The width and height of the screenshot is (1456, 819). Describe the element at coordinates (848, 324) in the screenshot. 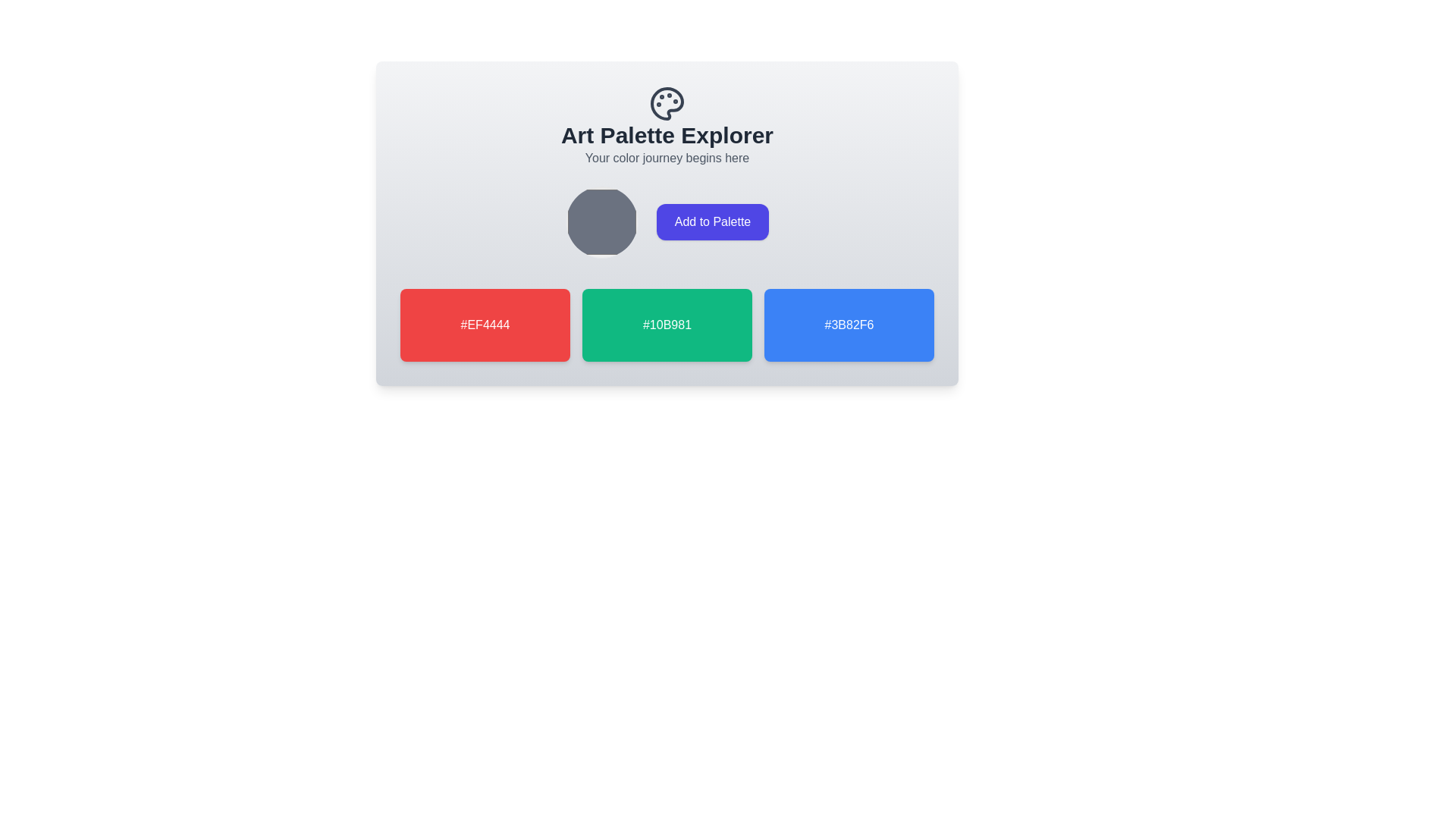

I see `the non-interactive text label that displays the color code for the blue tile, centrally aligned within the blue rectangular tile located at the rightmost position of a row beneath the title 'Art Palette Explorer' and the 'Add to Palette' button` at that location.